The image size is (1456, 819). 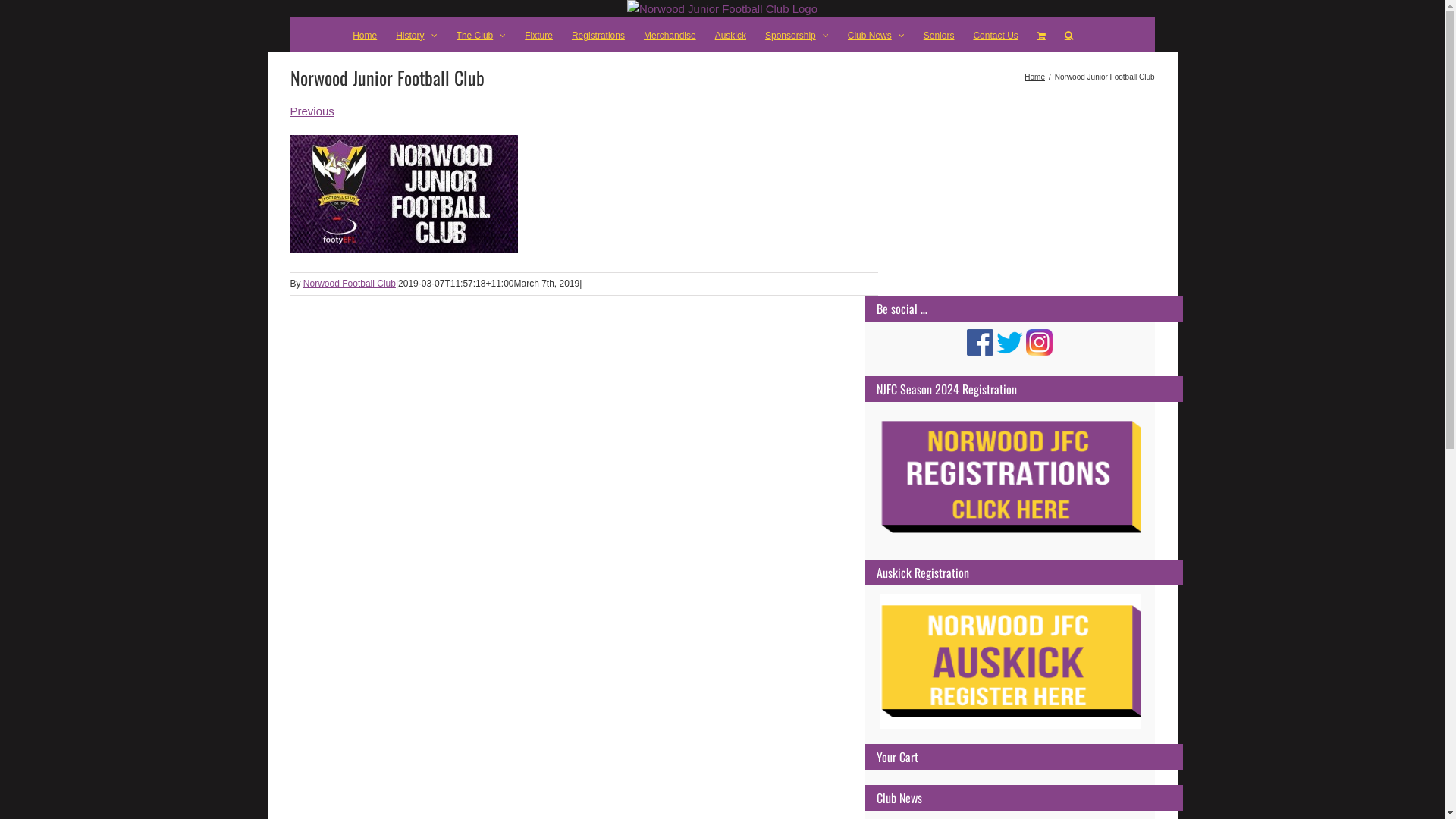 What do you see at coordinates (348, 284) in the screenshot?
I see `'Norwood Football Club'` at bounding box center [348, 284].